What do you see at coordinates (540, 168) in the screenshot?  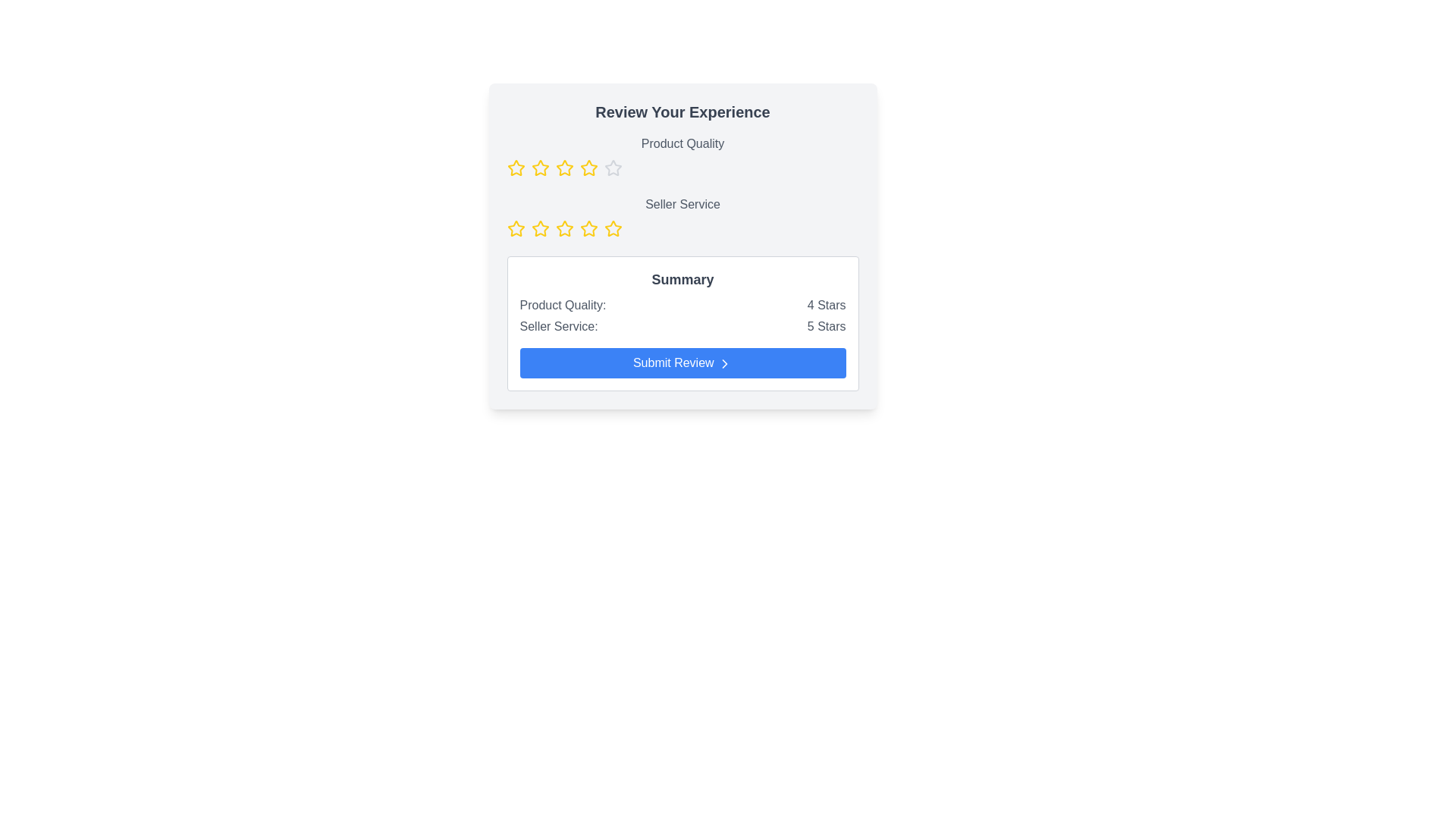 I see `the third star icon in the rating component under the 'Product Quality' section` at bounding box center [540, 168].